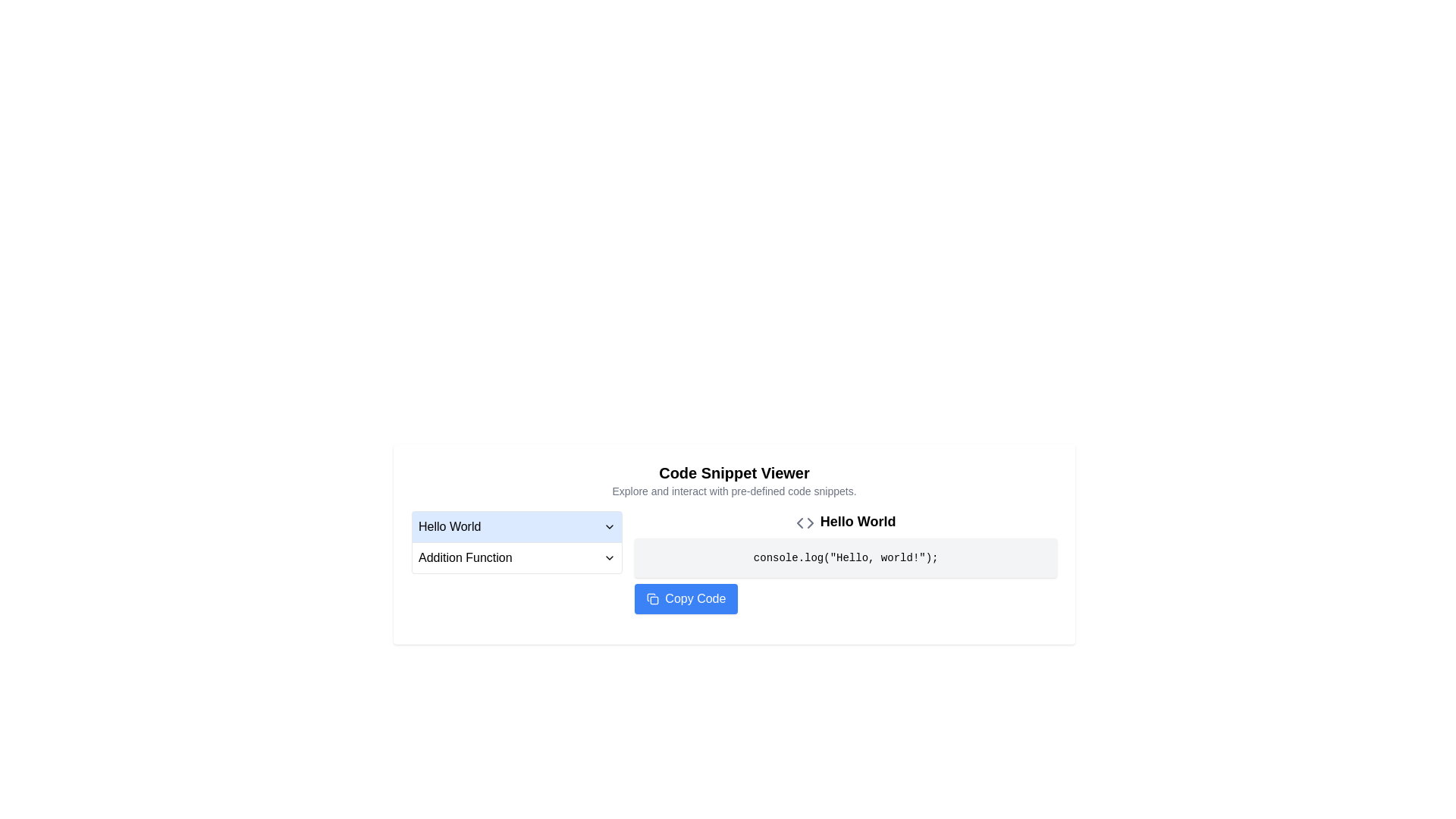 Image resolution: width=1456 pixels, height=819 pixels. I want to click on the 'Copy Code' button located at the bottom-right of the interface, so click(686, 598).